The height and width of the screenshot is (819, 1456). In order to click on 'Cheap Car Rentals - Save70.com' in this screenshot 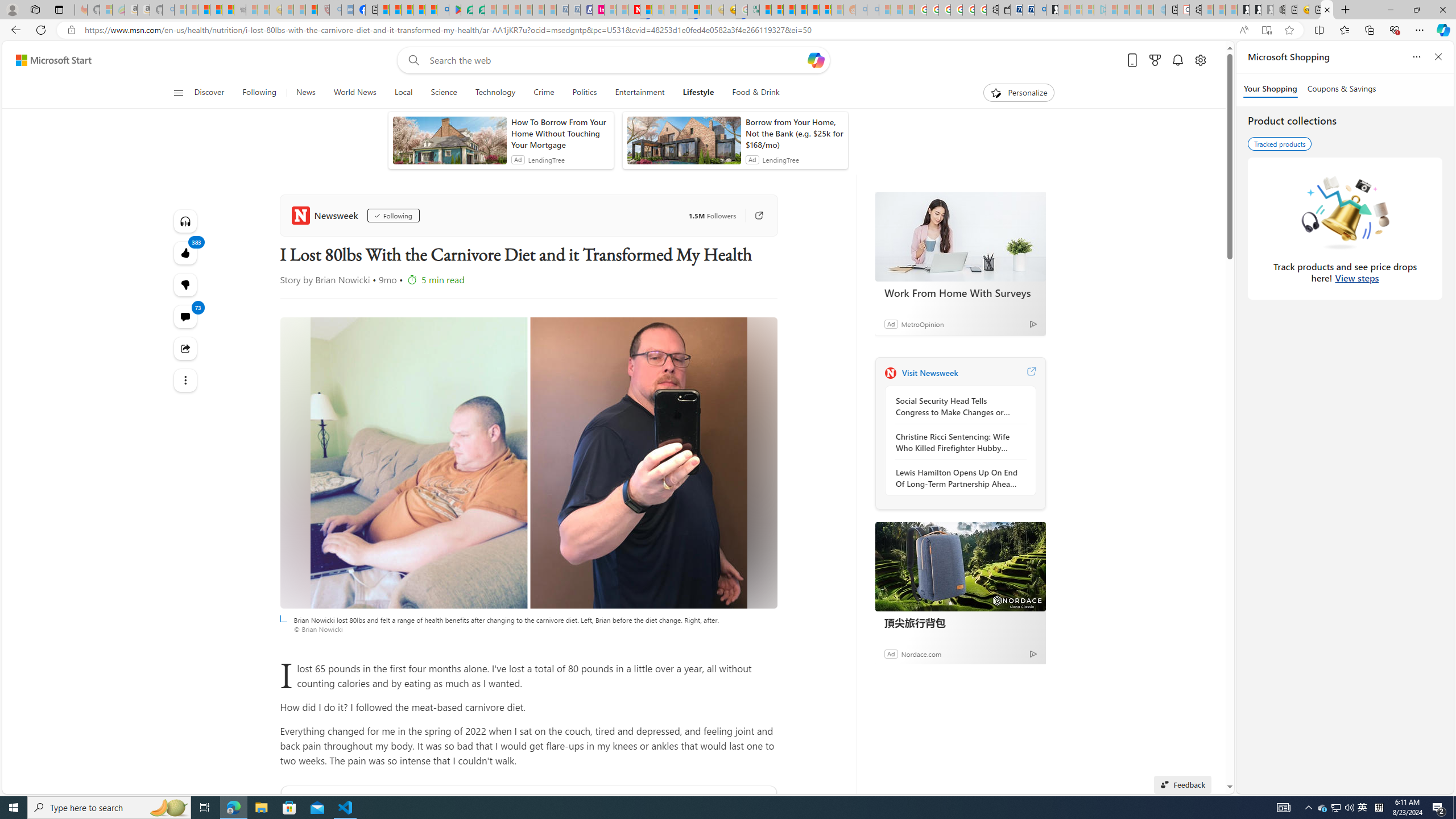, I will do `click(1028, 9)`.